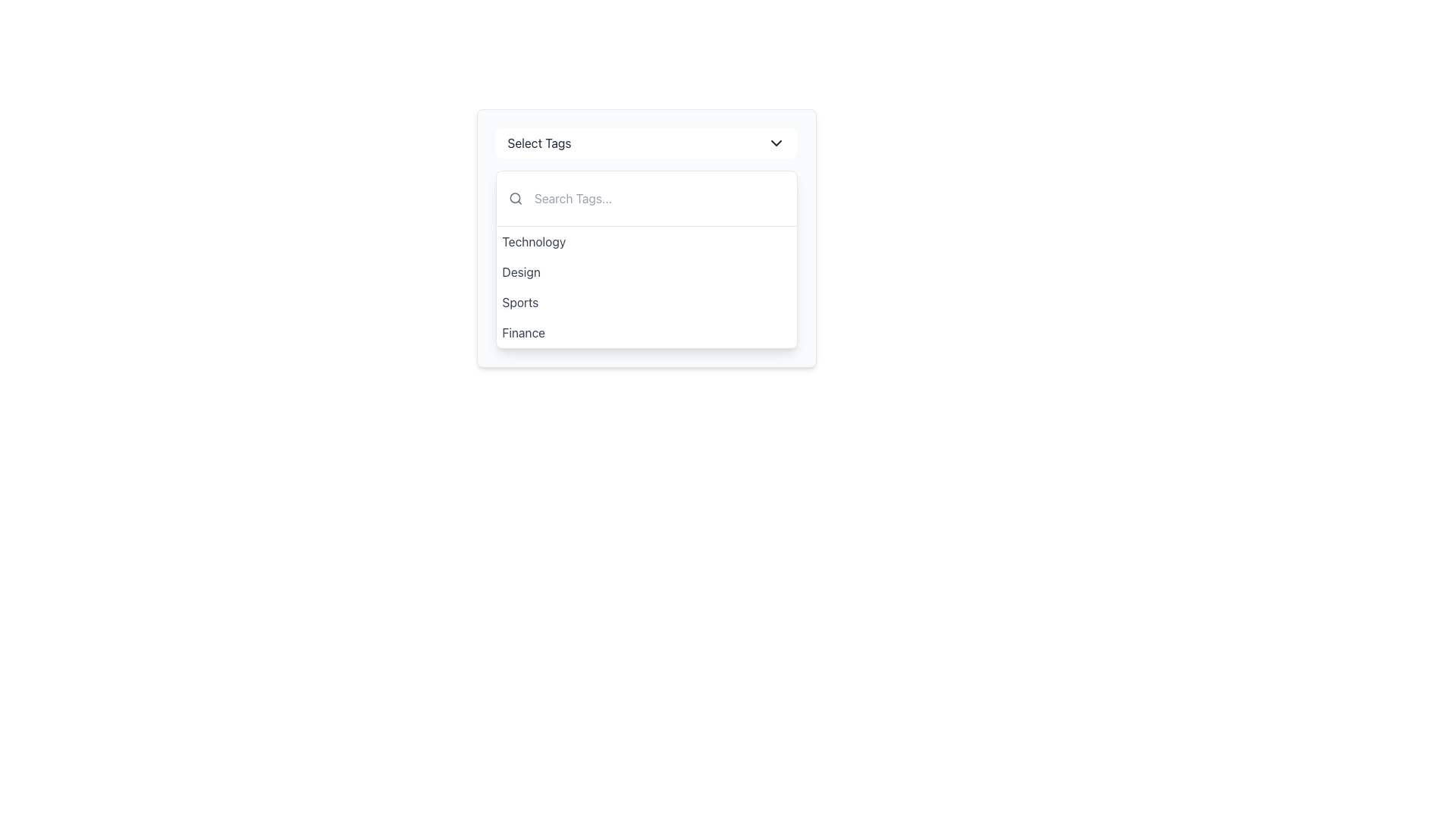  I want to click on the 'Sports' button, which is the third selectable option in the drop-down list of tags, located below 'Design' and above 'Finance', so click(646, 302).